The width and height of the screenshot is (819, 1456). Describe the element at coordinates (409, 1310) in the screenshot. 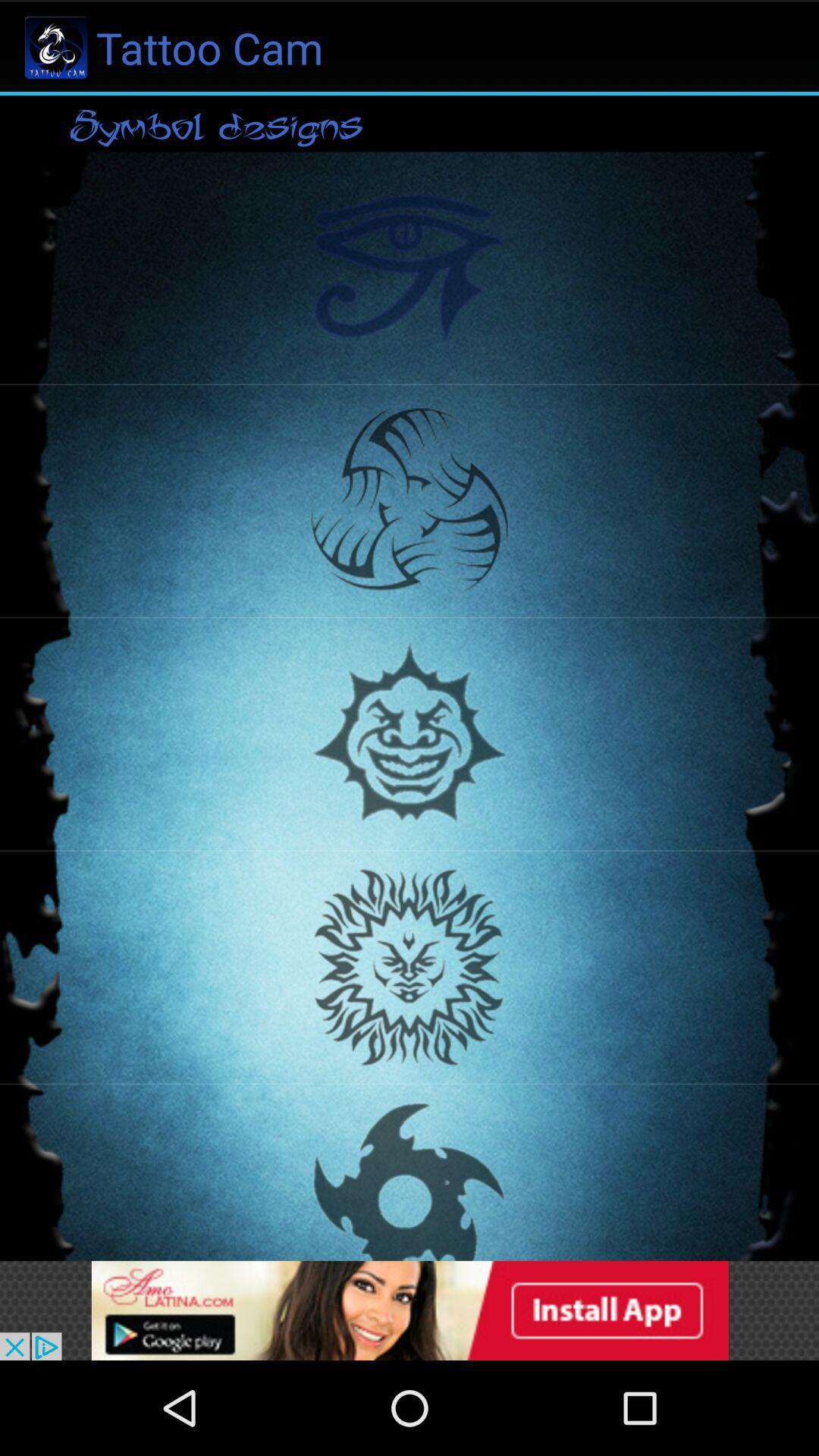

I see `advertisement` at that location.